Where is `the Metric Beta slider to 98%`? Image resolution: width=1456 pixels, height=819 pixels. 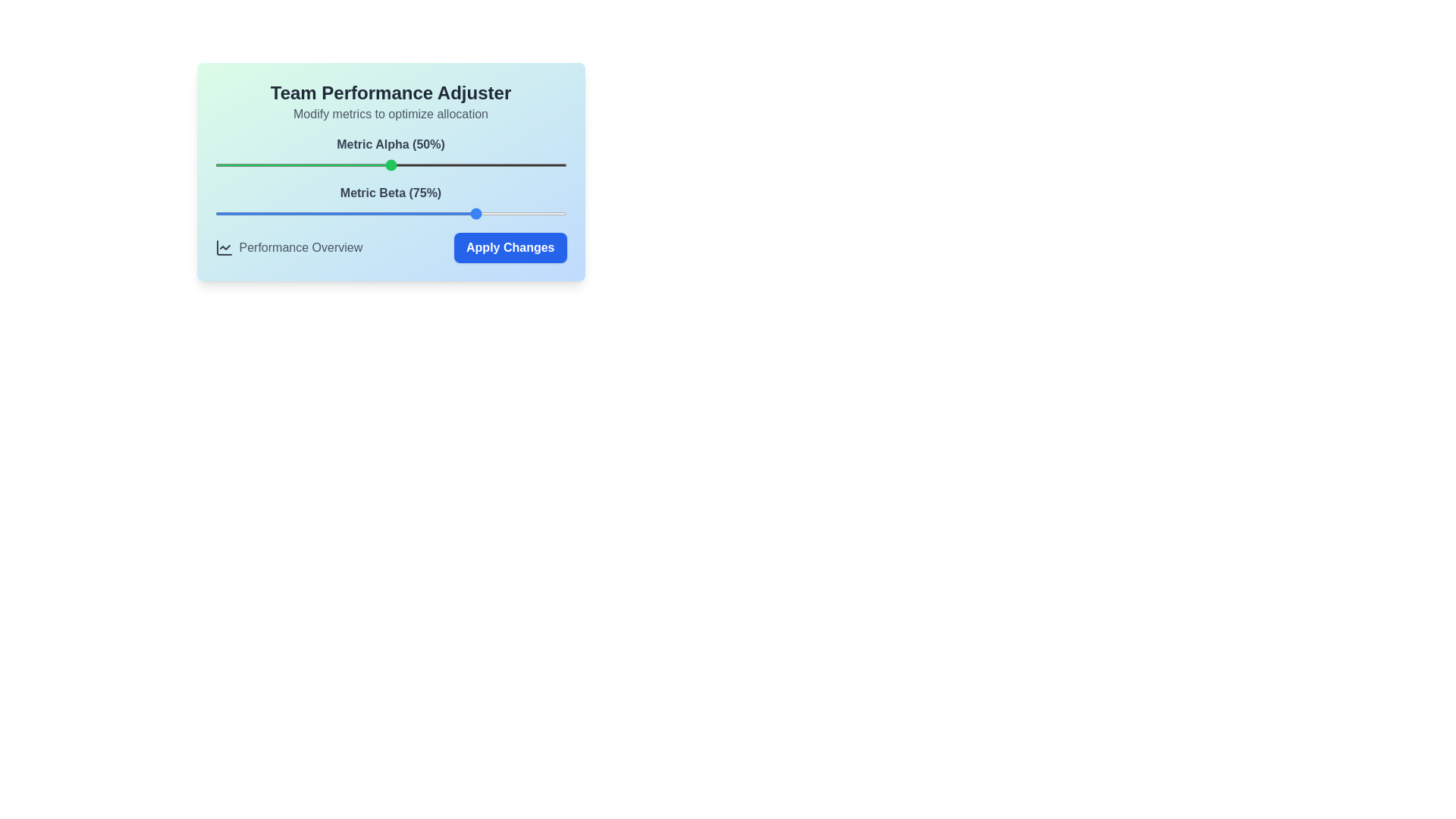
the Metric Beta slider to 98% is located at coordinates (559, 213).